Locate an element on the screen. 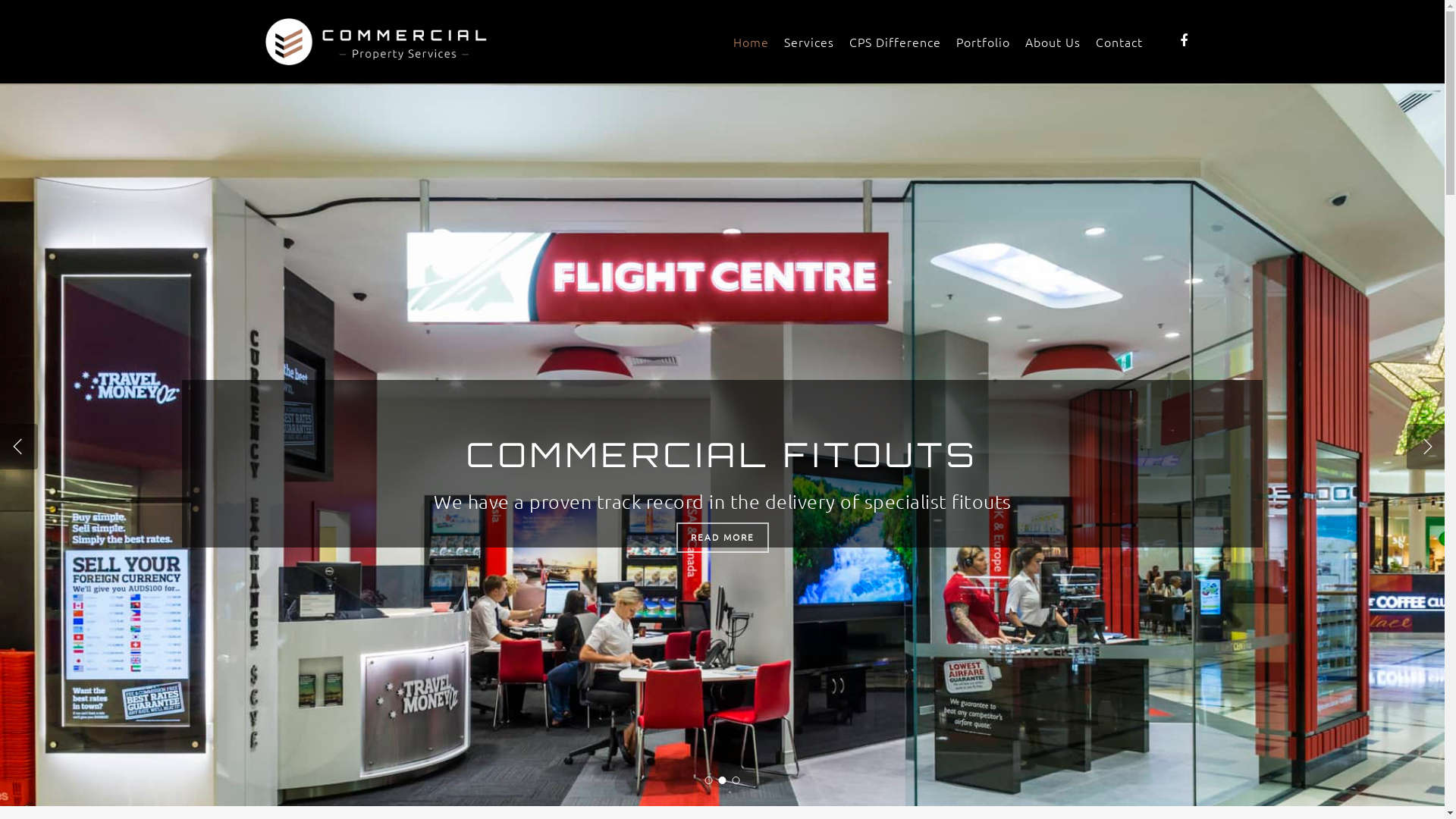  'About Us' is located at coordinates (1052, 40).